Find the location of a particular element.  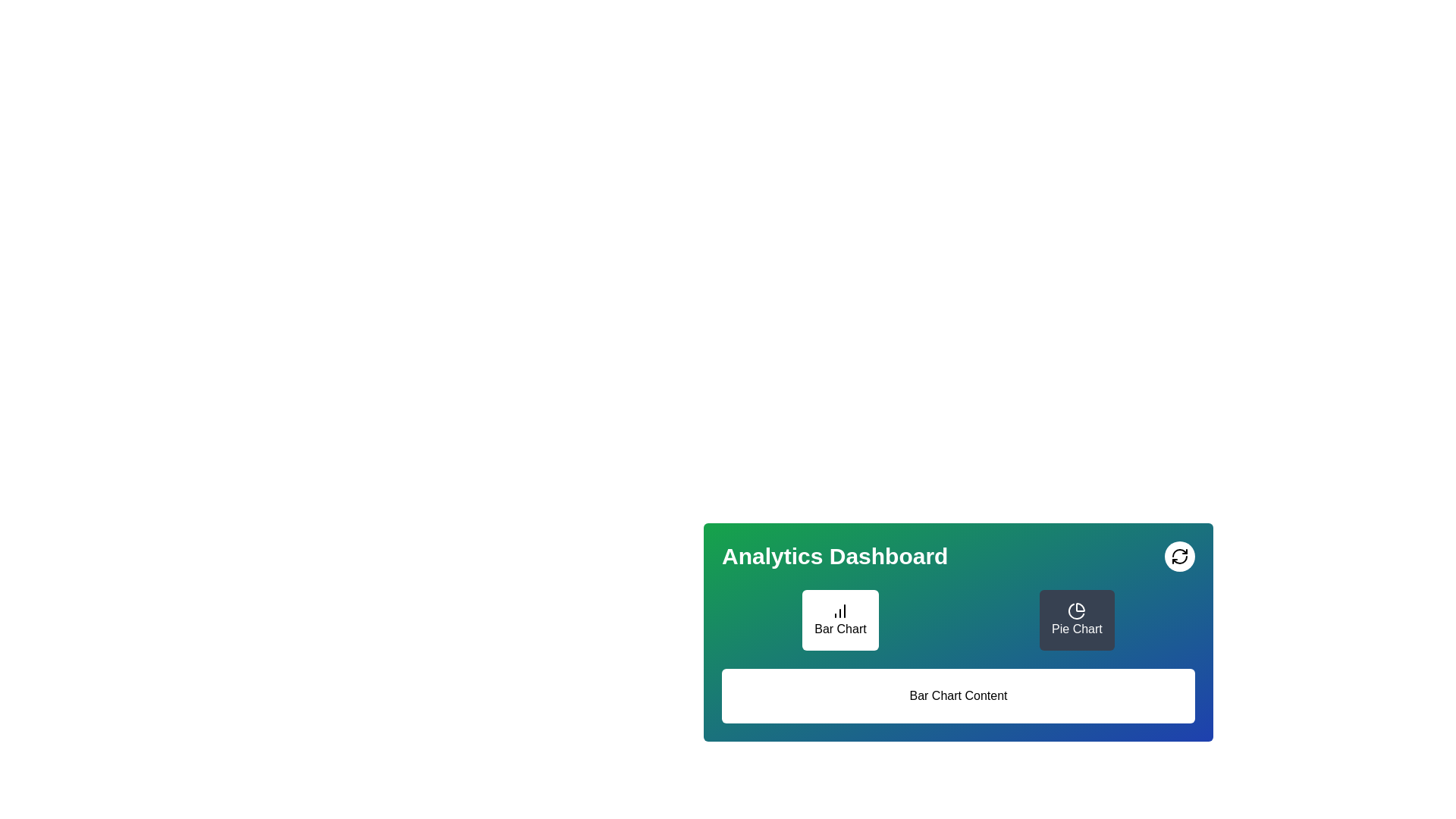

text displayed in the Text Display element located at the bottom of the 'Analytics Dashboard', beneath the 'Bar Chart' and 'Pie Chart' is located at coordinates (957, 696).